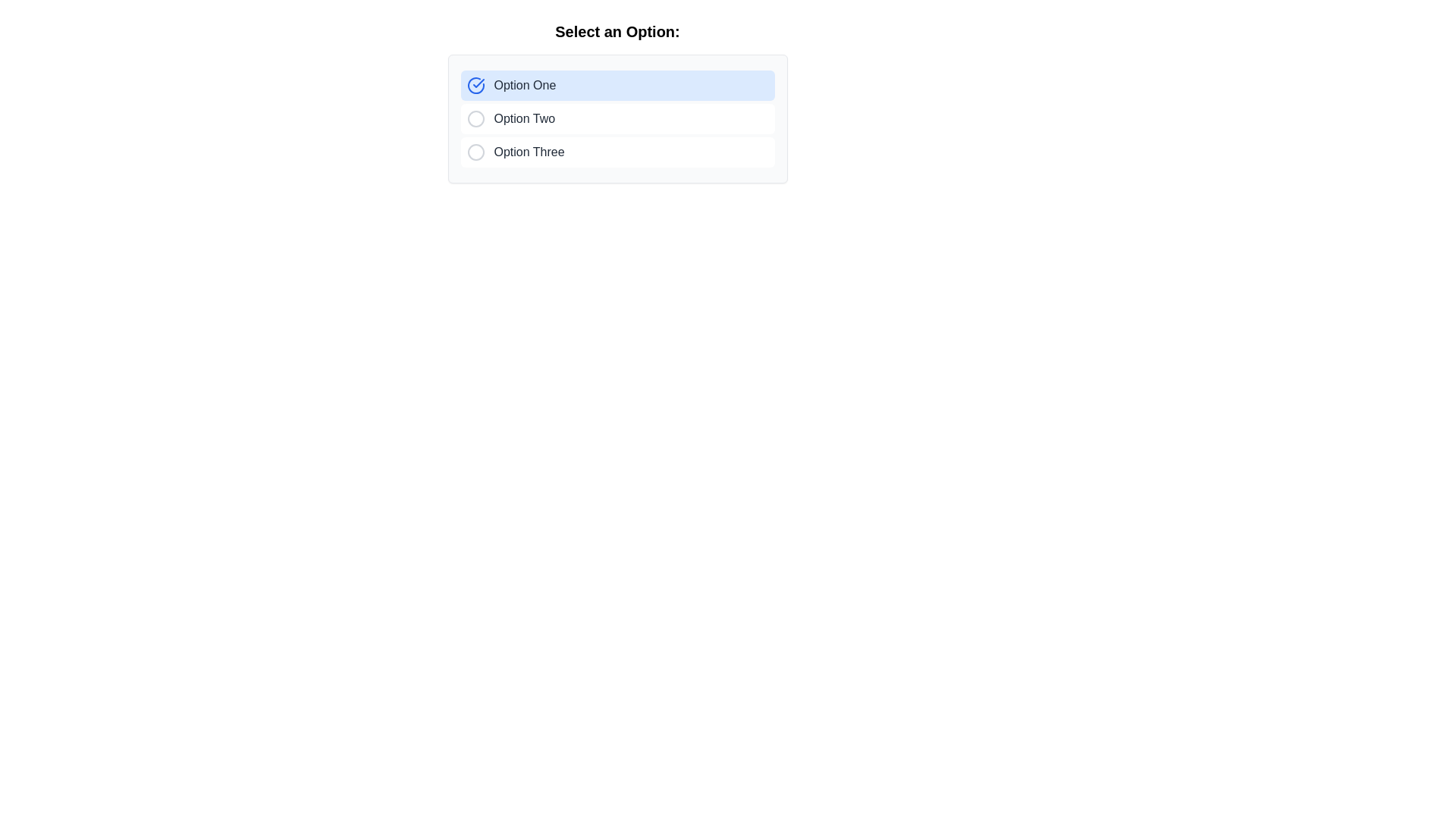 The image size is (1456, 819). Describe the element at coordinates (475, 152) in the screenshot. I see `the selection state of the radio button indicator for 'Option Three', which is part of the radio button group located near the bottom of the options` at that location.